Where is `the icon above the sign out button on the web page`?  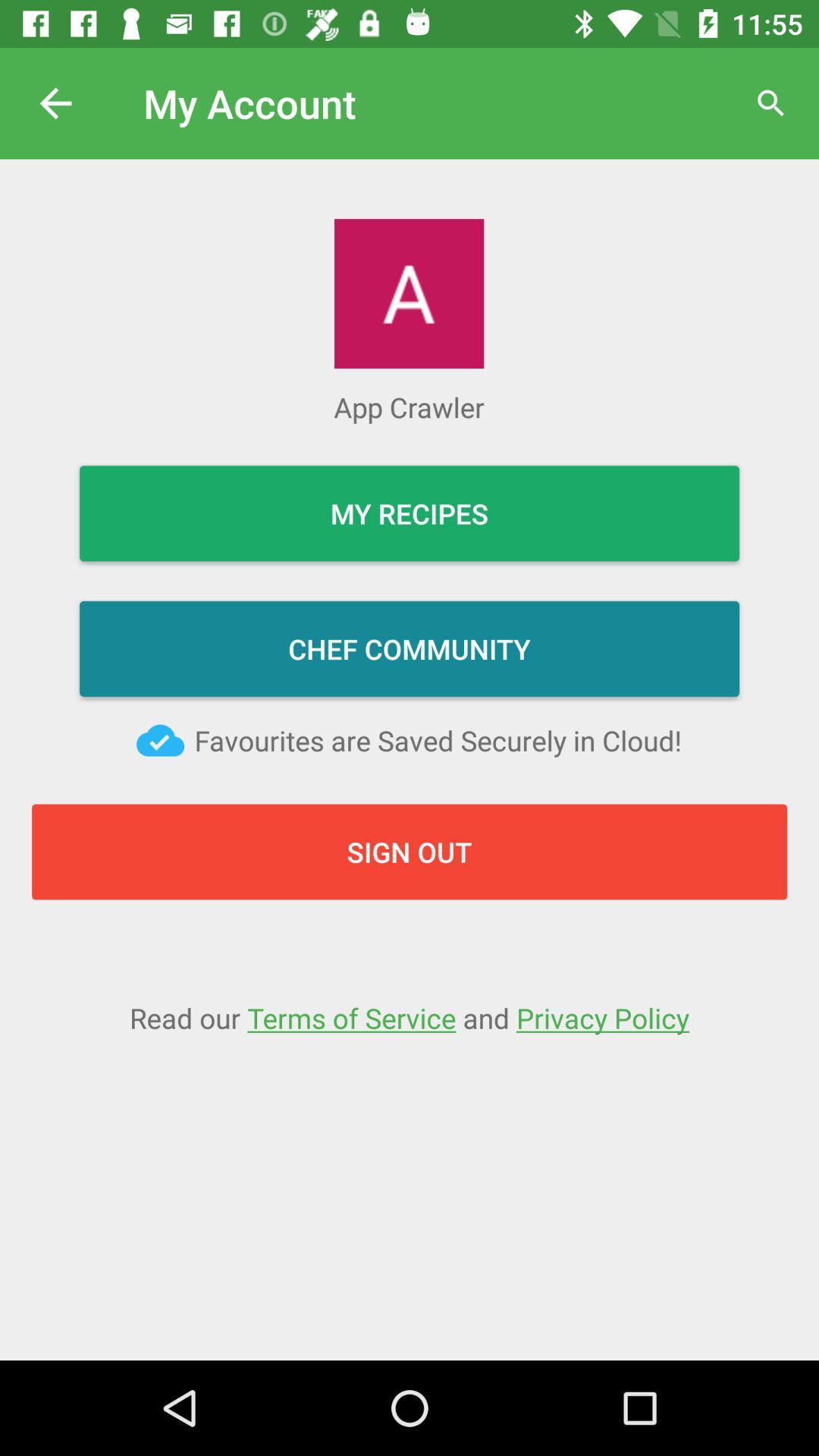 the icon above the sign out button on the web page is located at coordinates (160, 740).